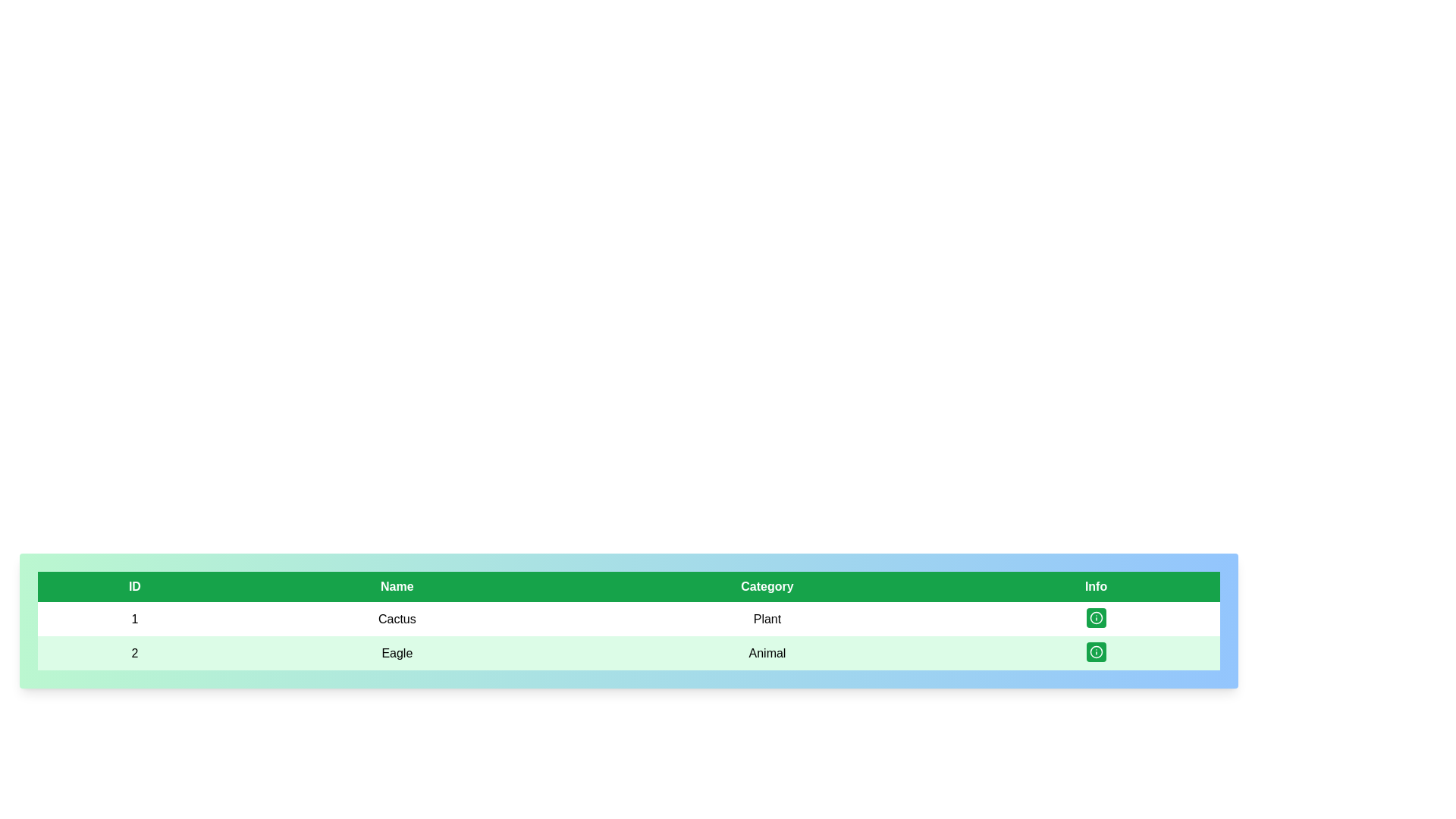  What do you see at coordinates (1096, 652) in the screenshot?
I see `the green circular information button with a white outline and a lowercase 'i' icon, located in the Info column of the second row for the entity 'Eagle'` at bounding box center [1096, 652].